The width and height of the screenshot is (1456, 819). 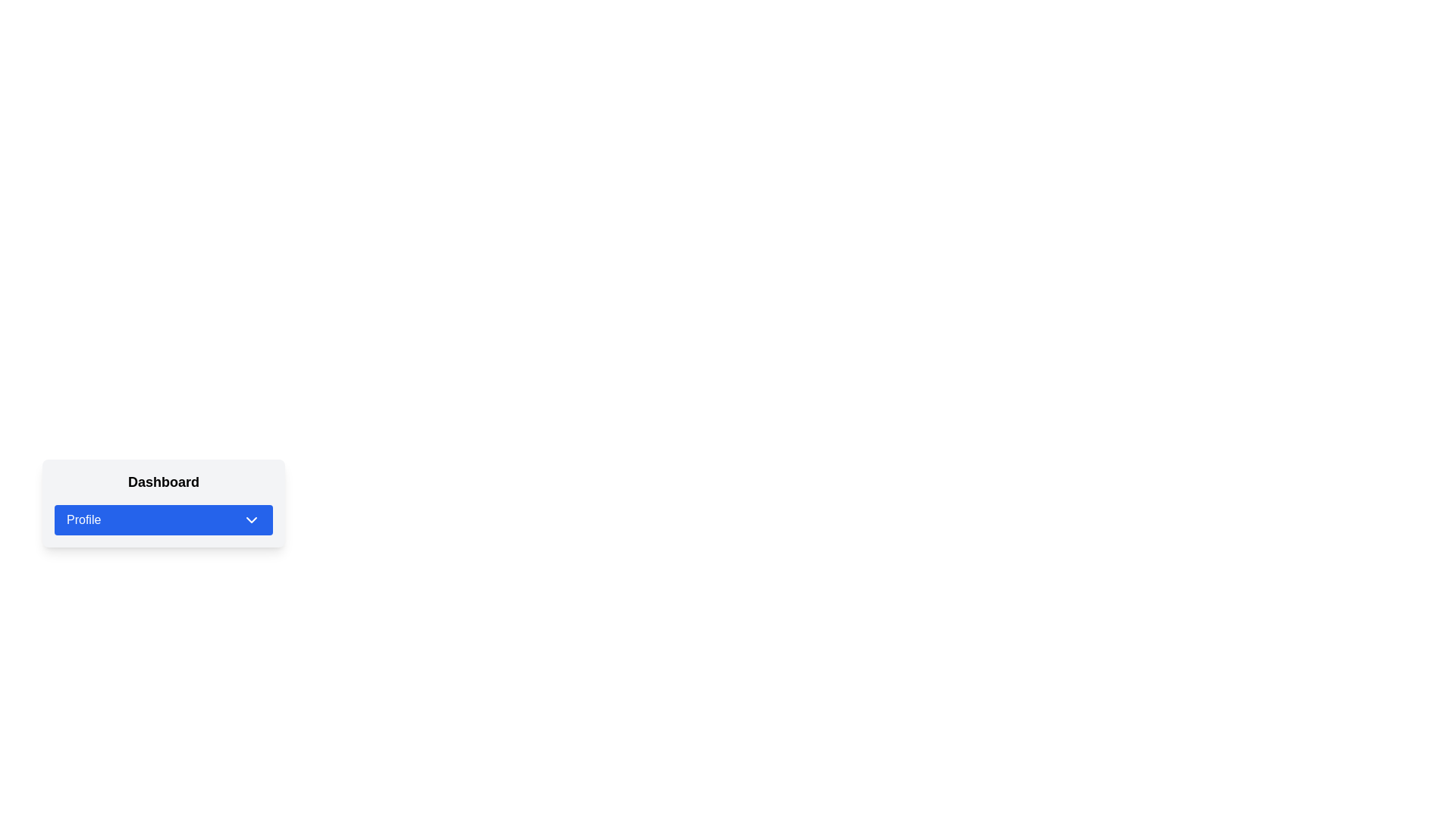 What do you see at coordinates (251, 519) in the screenshot?
I see `the downward-pointing chevron icon representing the dropdown indicator next to the 'Profile' button` at bounding box center [251, 519].